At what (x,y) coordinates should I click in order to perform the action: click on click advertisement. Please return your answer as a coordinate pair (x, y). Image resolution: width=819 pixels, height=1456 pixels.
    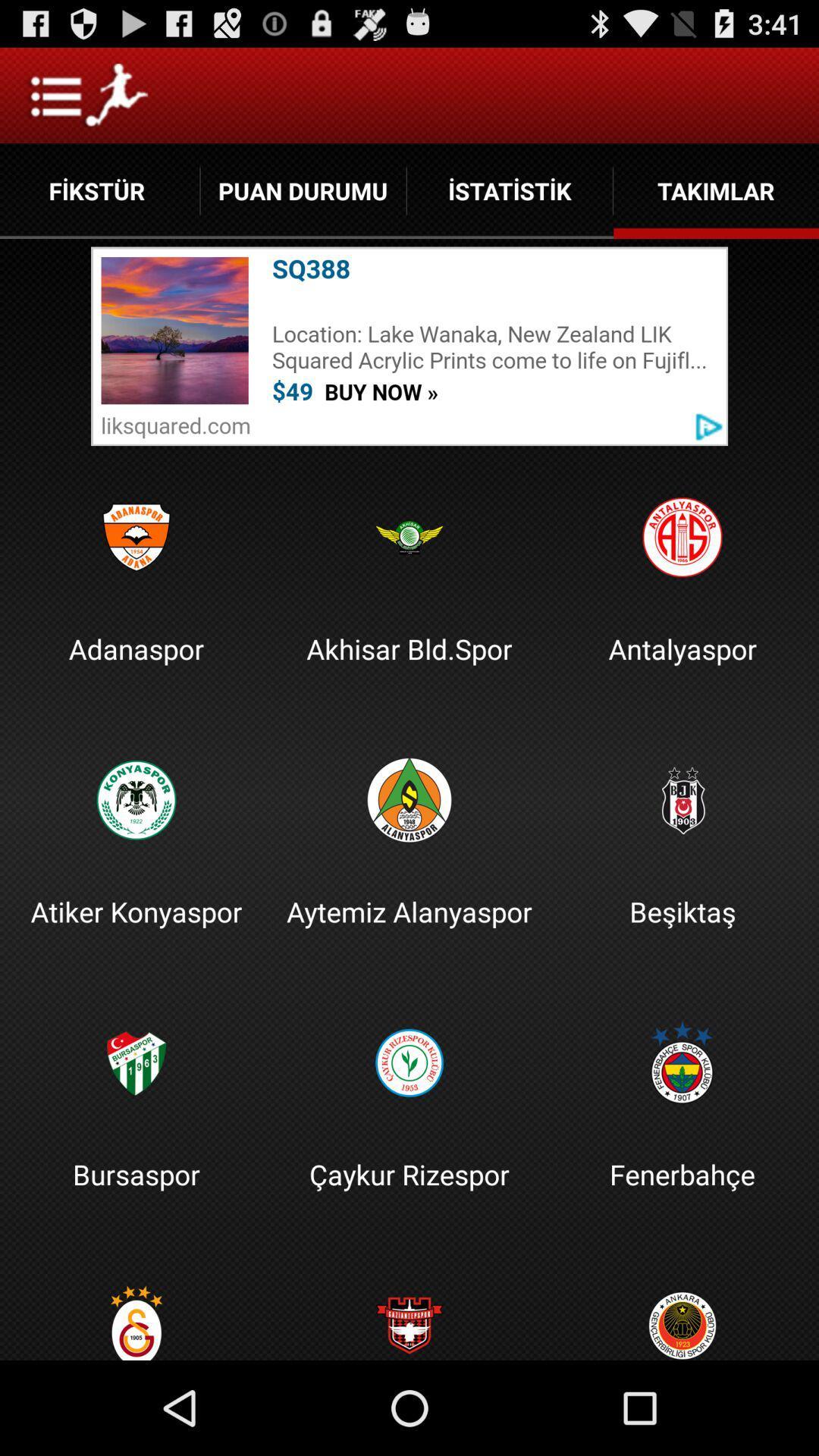
    Looking at the image, I should click on (409, 345).